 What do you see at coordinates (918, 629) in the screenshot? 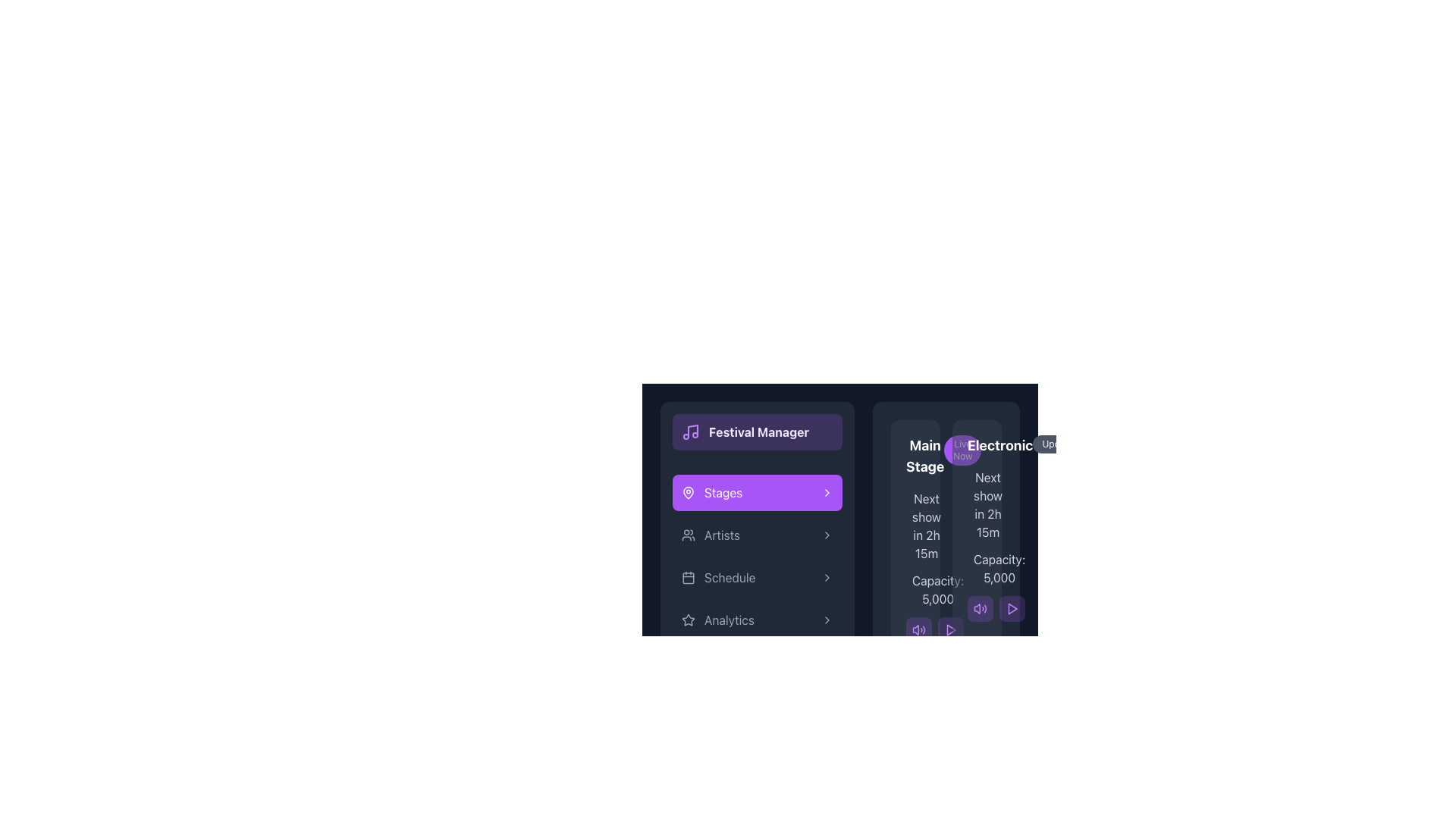
I see `the audio control button, which is the left-most button in the horizontal array of controls below the 'Main Stage' section` at bounding box center [918, 629].